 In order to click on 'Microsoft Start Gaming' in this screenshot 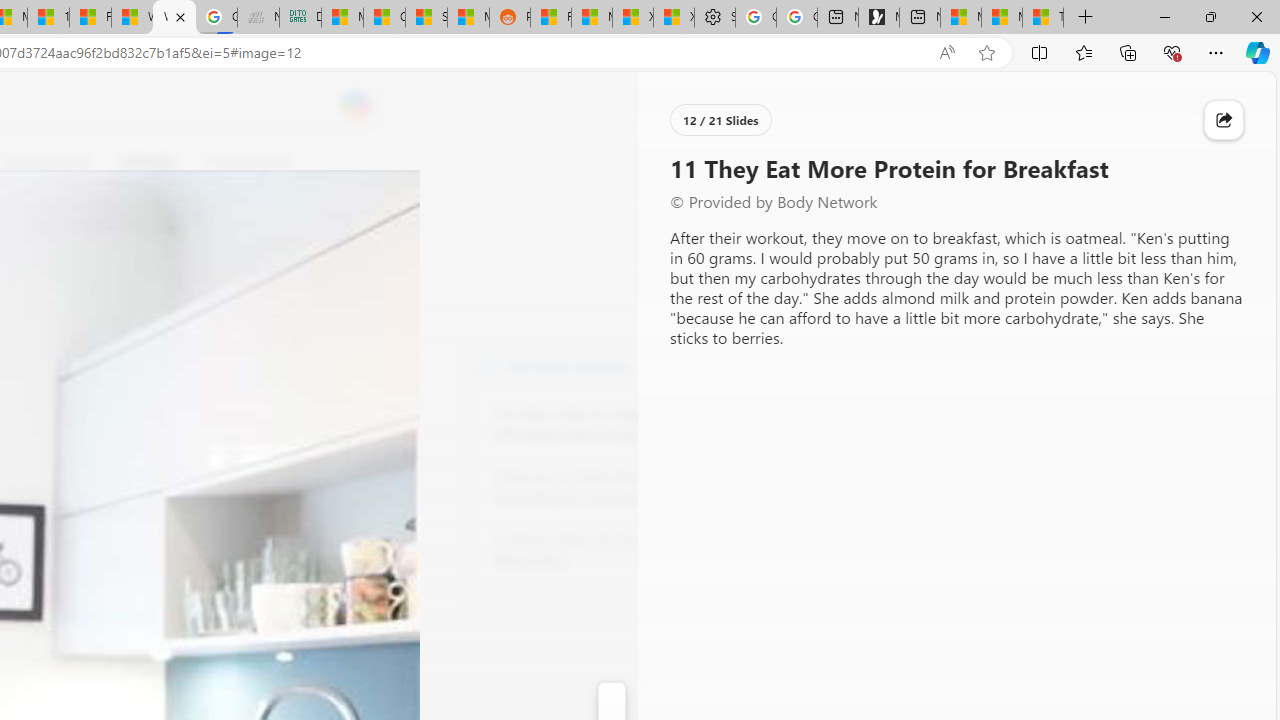, I will do `click(878, 17)`.